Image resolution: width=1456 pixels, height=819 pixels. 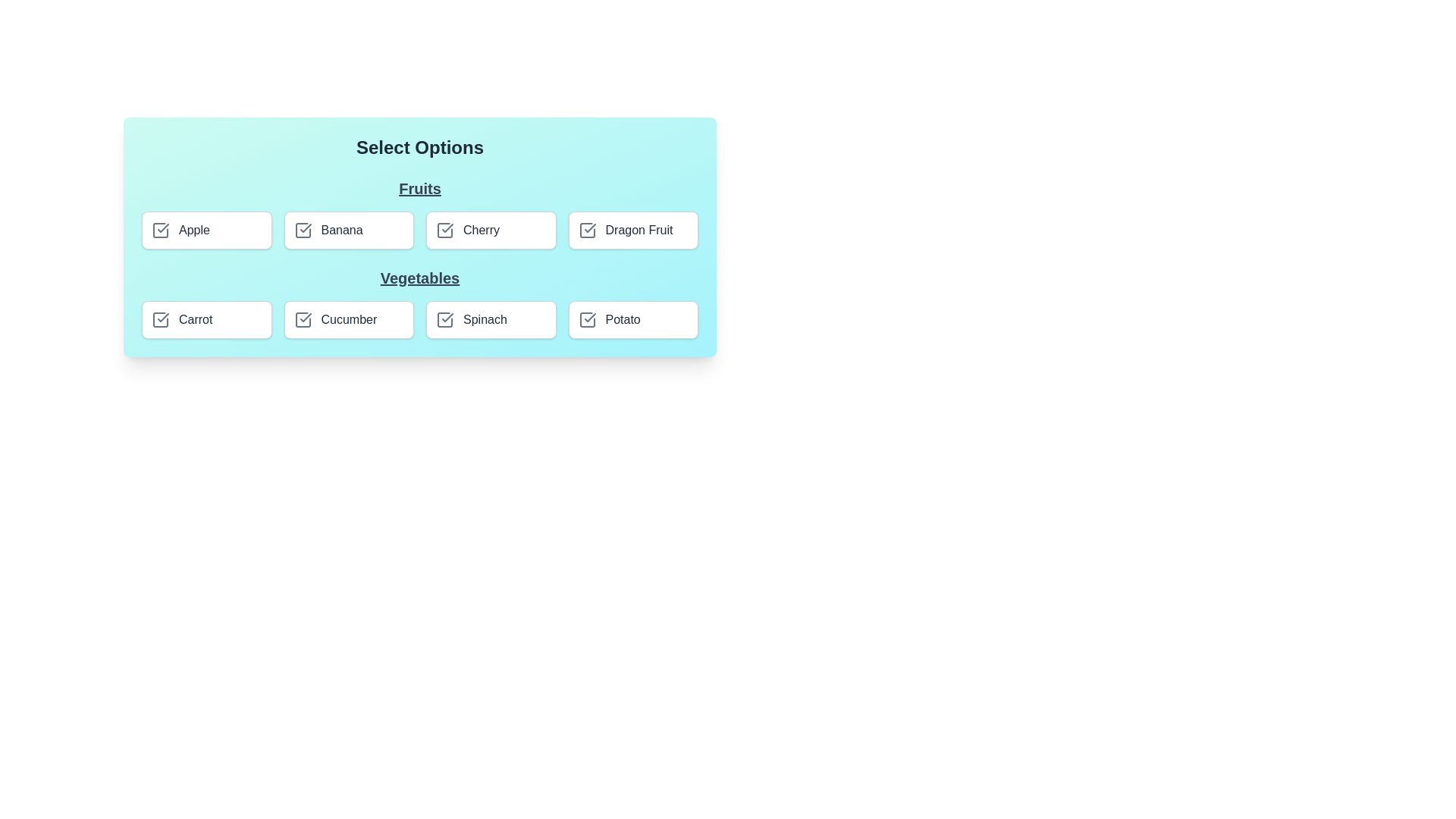 I want to click on text content of the label that represents the option 'Apple', which is located next to the checkbox in the 'Fruits' group, so click(x=193, y=231).